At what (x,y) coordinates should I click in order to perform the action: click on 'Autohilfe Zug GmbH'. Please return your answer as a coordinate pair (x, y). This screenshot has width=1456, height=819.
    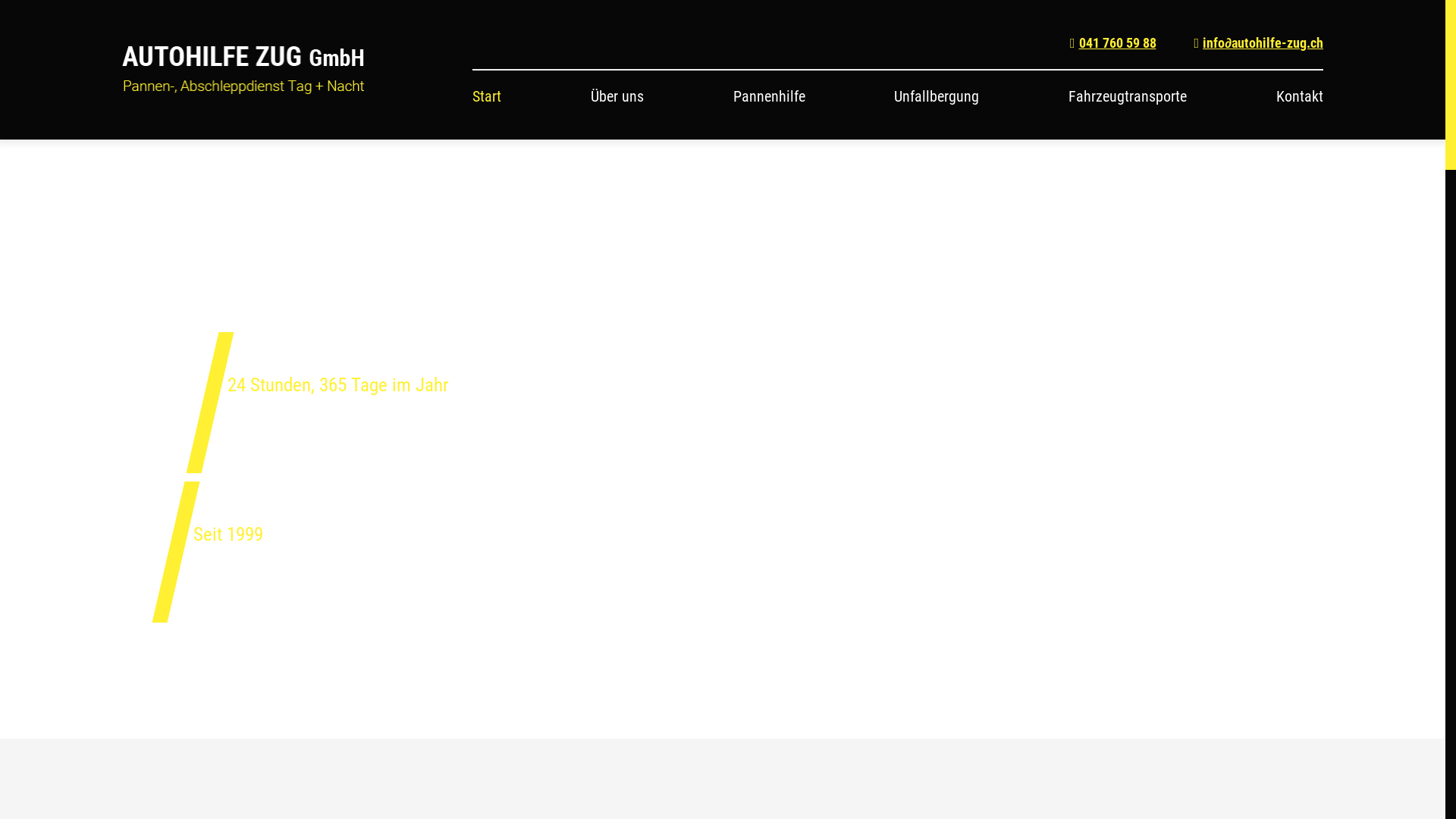
    Looking at the image, I should click on (243, 70).